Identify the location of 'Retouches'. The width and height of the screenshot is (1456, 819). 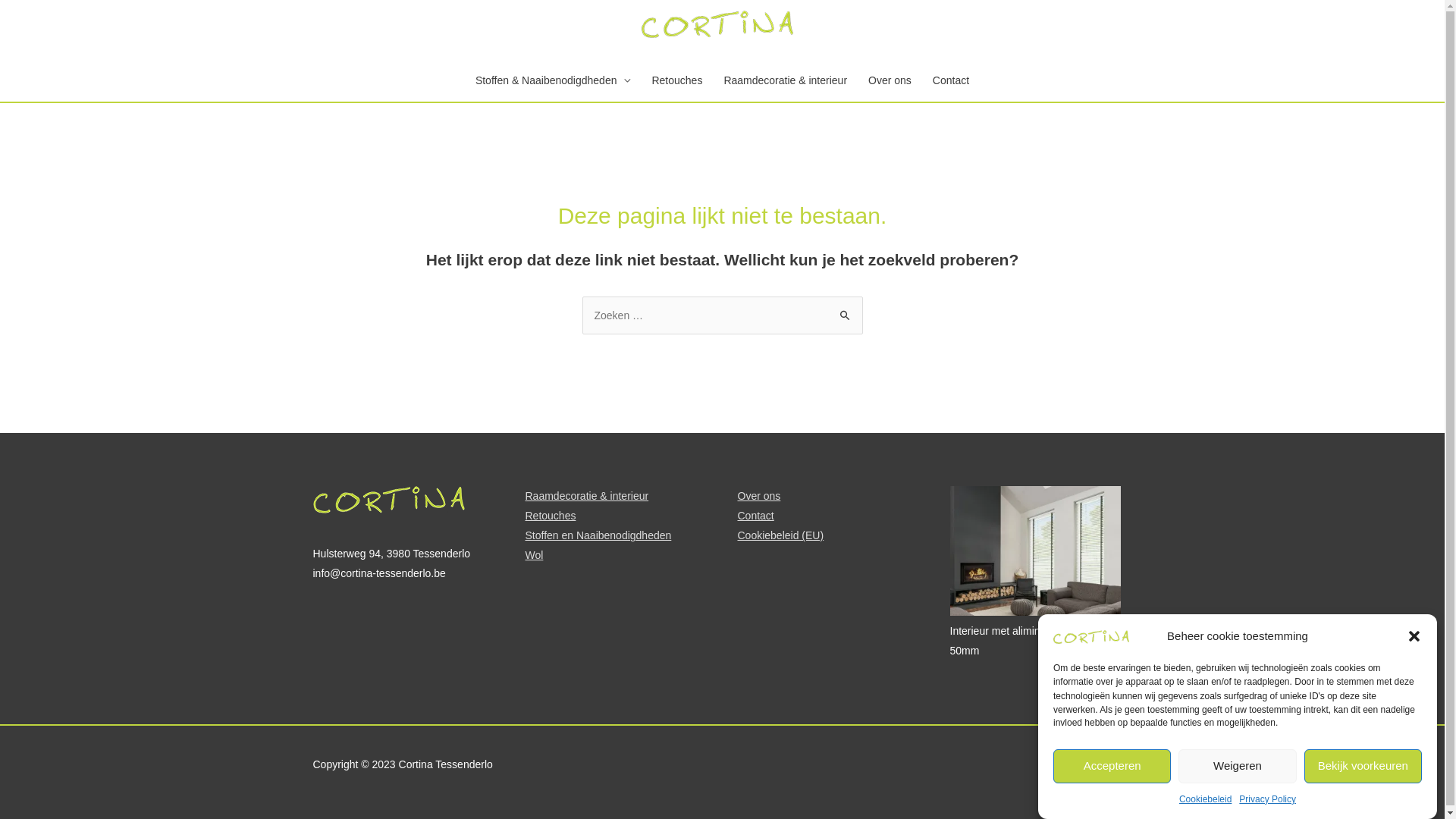
(676, 80).